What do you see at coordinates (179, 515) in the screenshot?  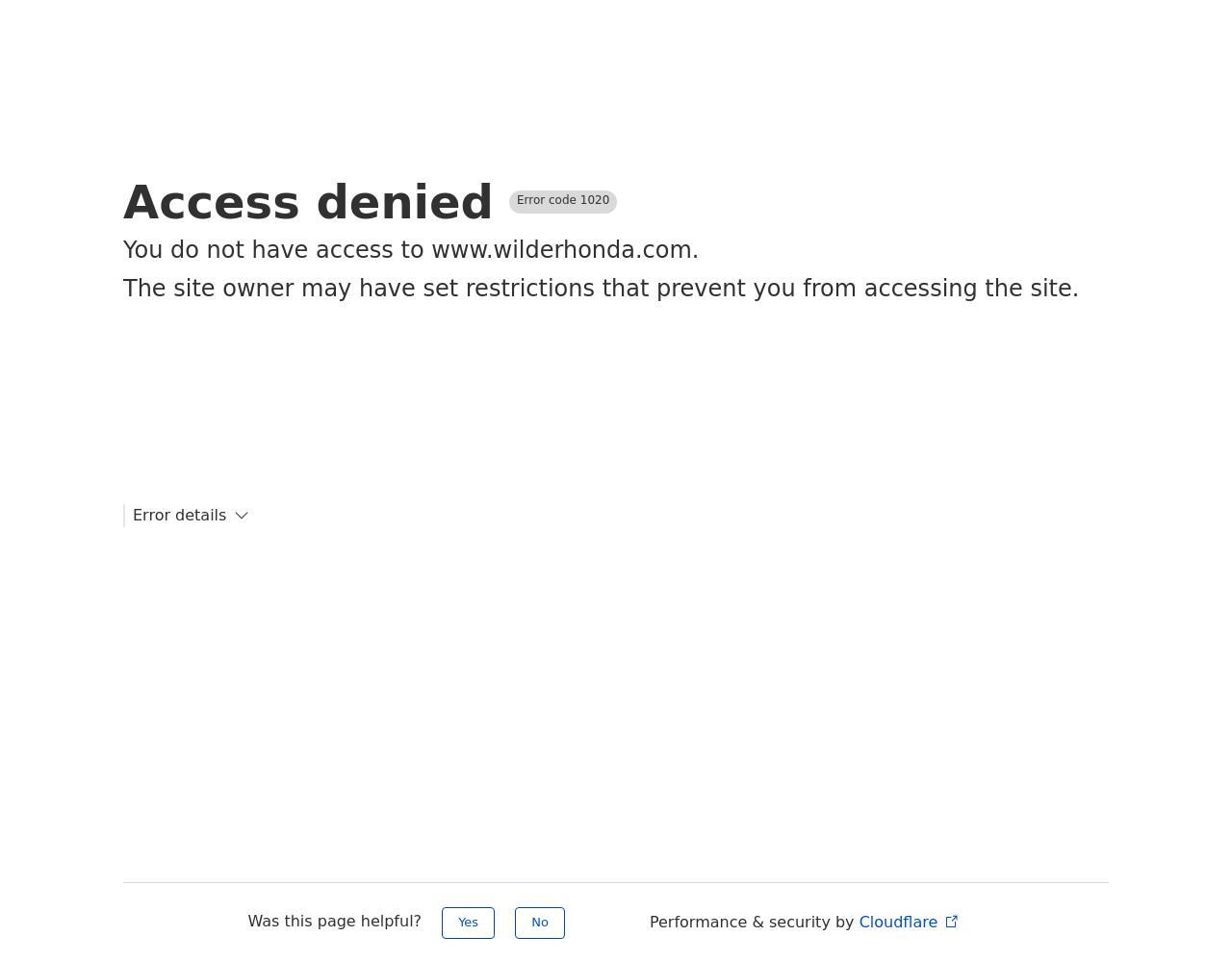 I see `'Error details'` at bounding box center [179, 515].